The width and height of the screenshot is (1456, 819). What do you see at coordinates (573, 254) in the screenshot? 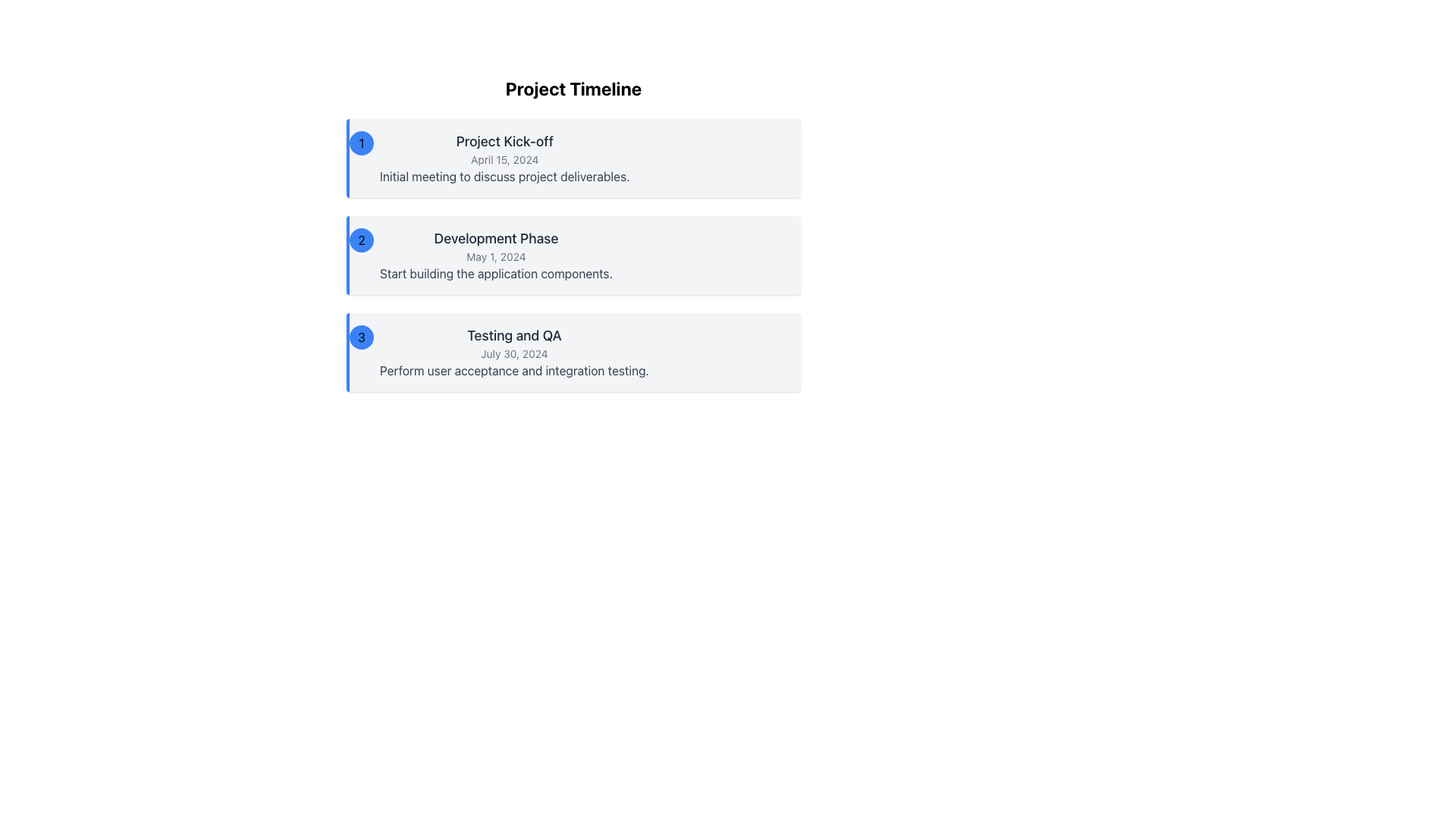
I see `the 'Development Phase' milestone in the project timeline, which is the second milestone in a vertically stacked display` at bounding box center [573, 254].